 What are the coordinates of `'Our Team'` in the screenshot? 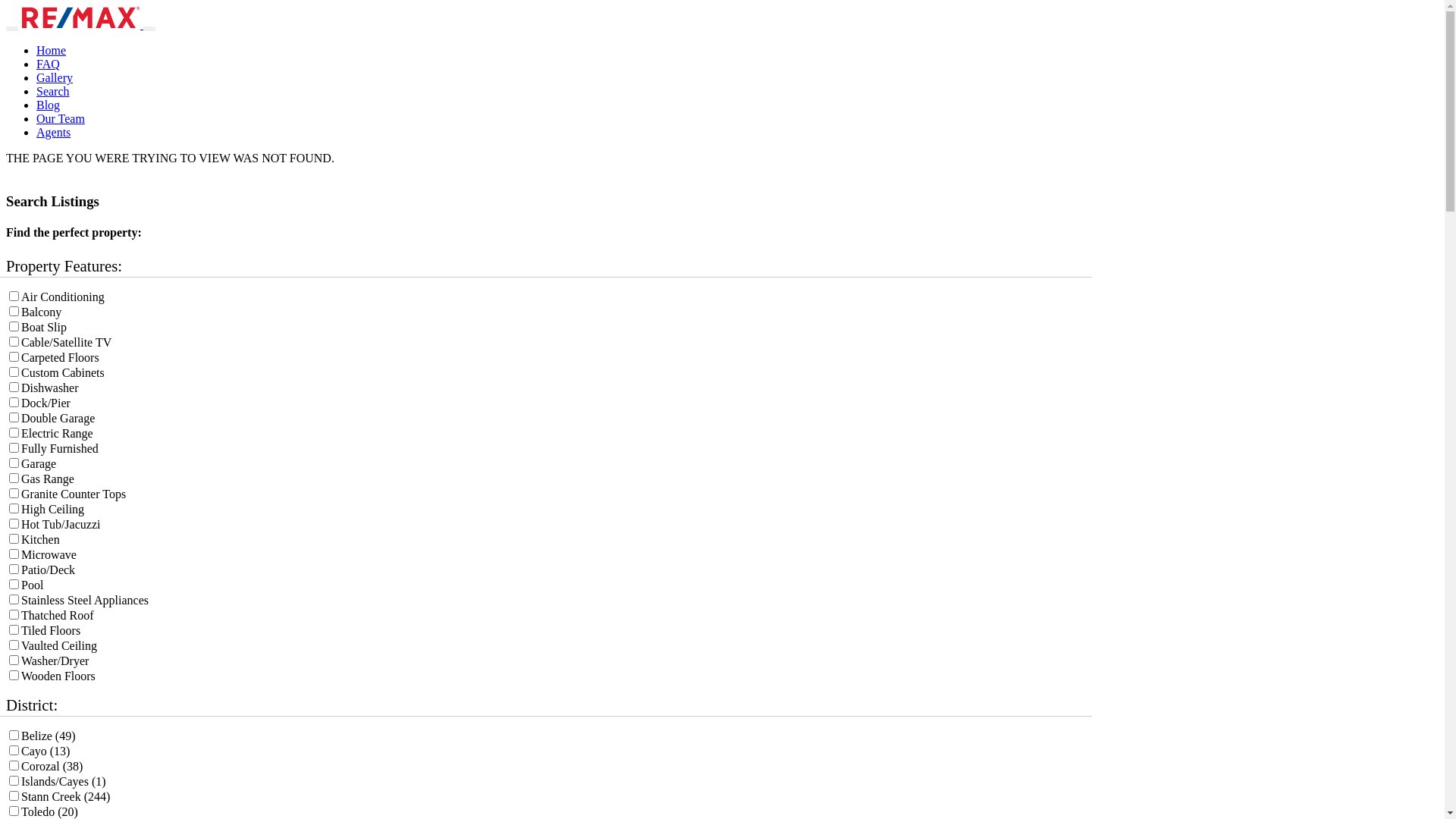 It's located at (61, 118).